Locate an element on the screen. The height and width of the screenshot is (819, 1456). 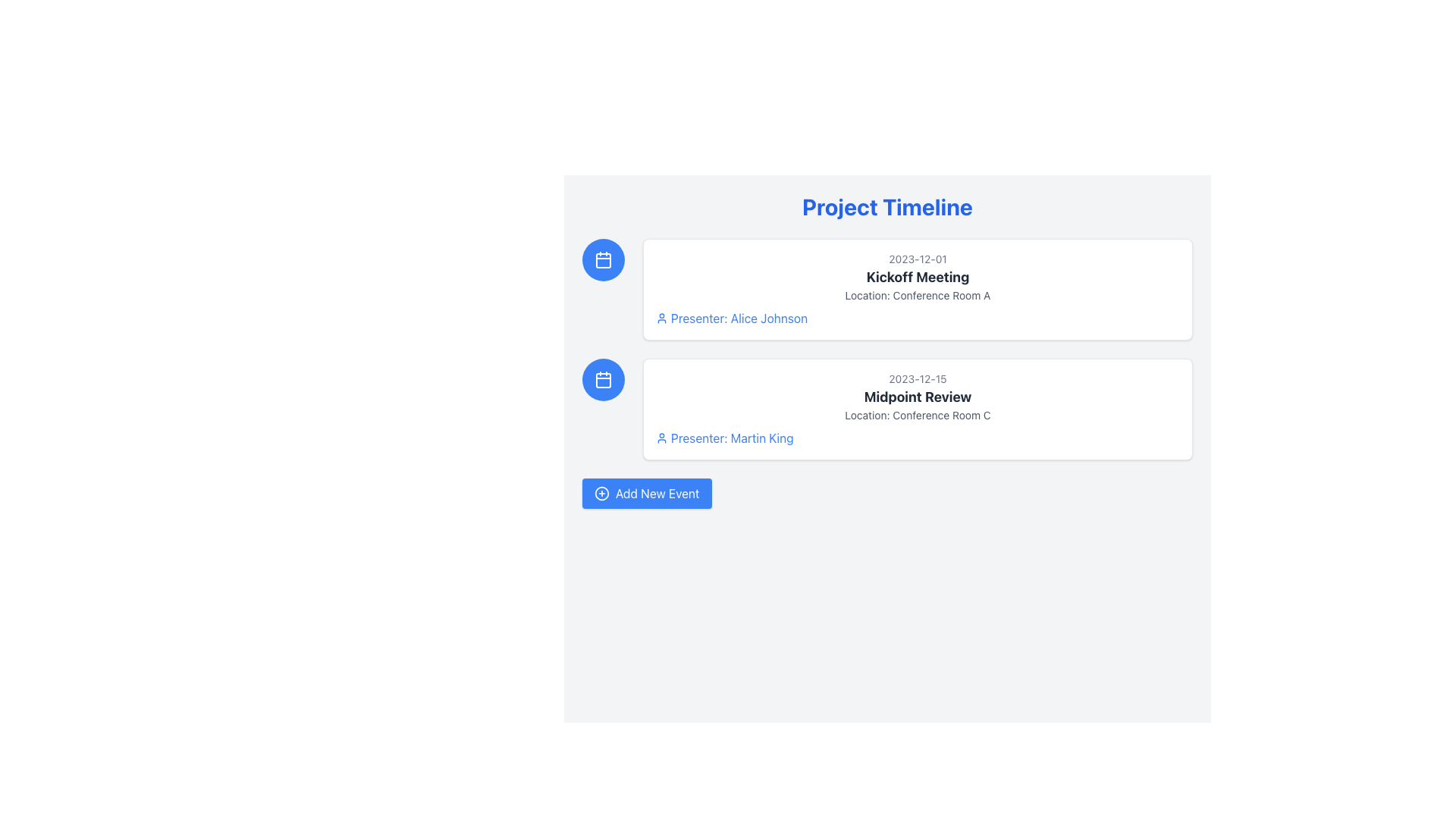
text of the heading element that serves as the title for the project timeline section, indicating the content that follows is located at coordinates (887, 207).